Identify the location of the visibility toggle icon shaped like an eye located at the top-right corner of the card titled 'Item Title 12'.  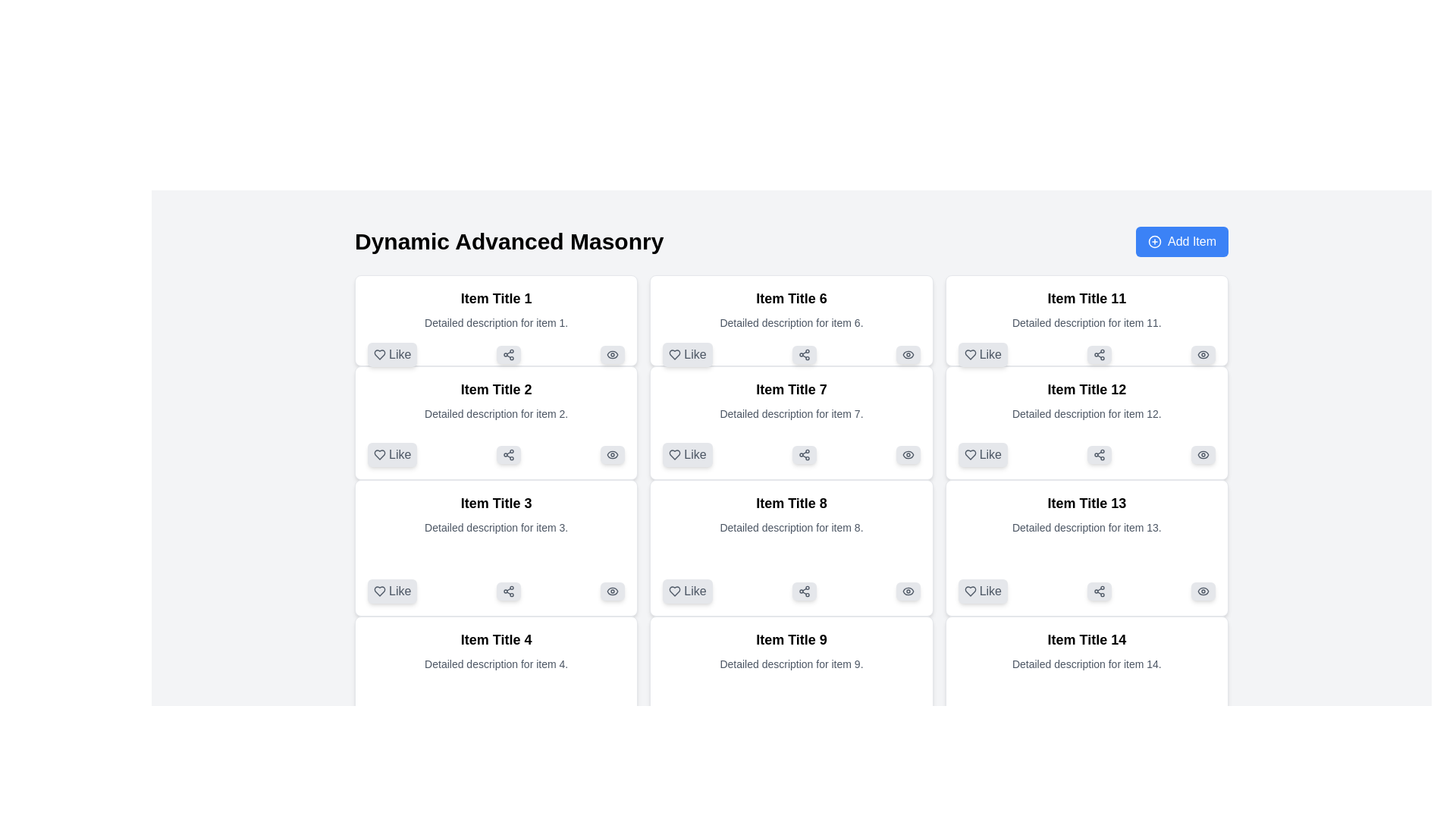
(1203, 454).